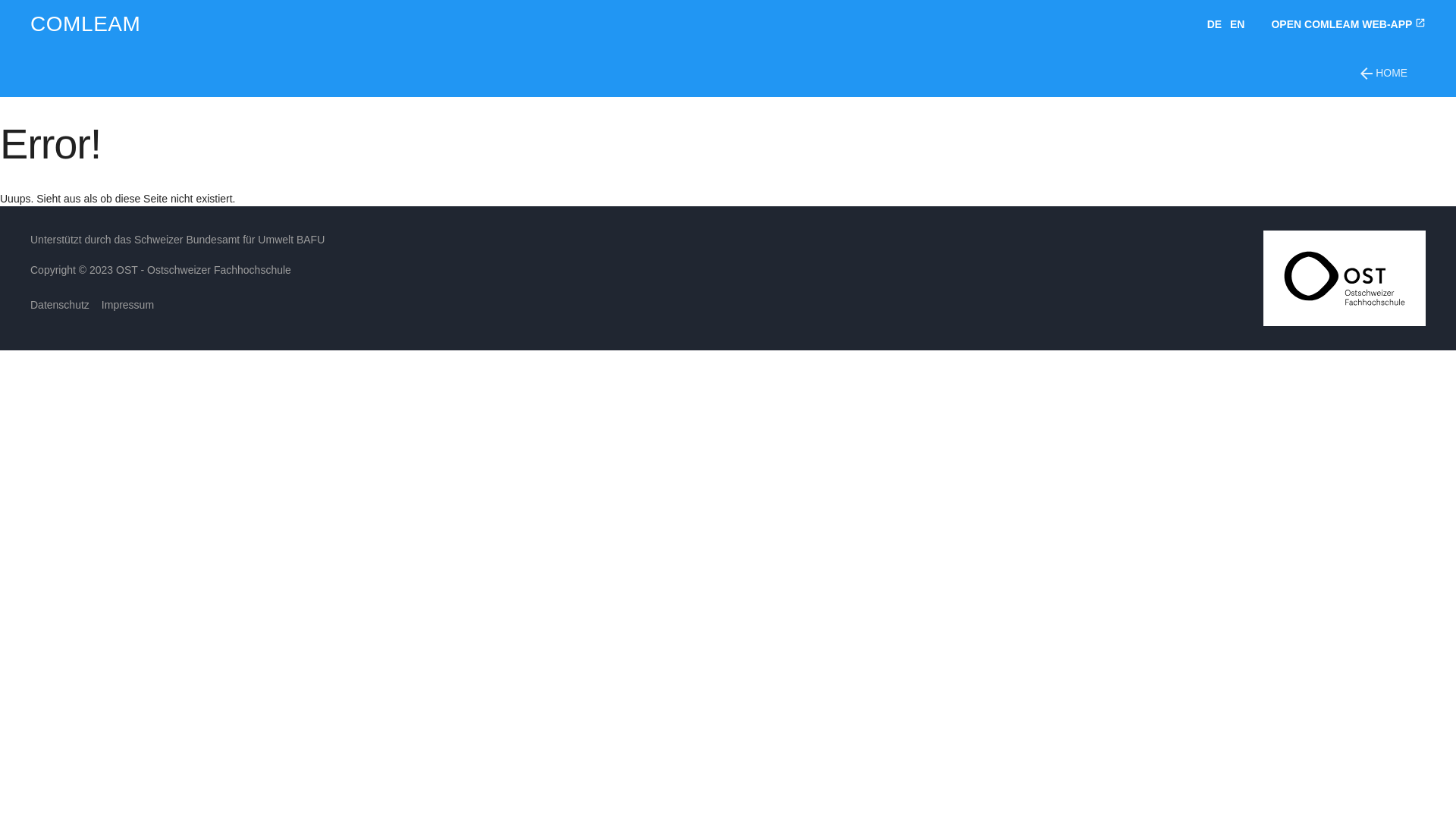  I want to click on 'DE', so click(1207, 24).